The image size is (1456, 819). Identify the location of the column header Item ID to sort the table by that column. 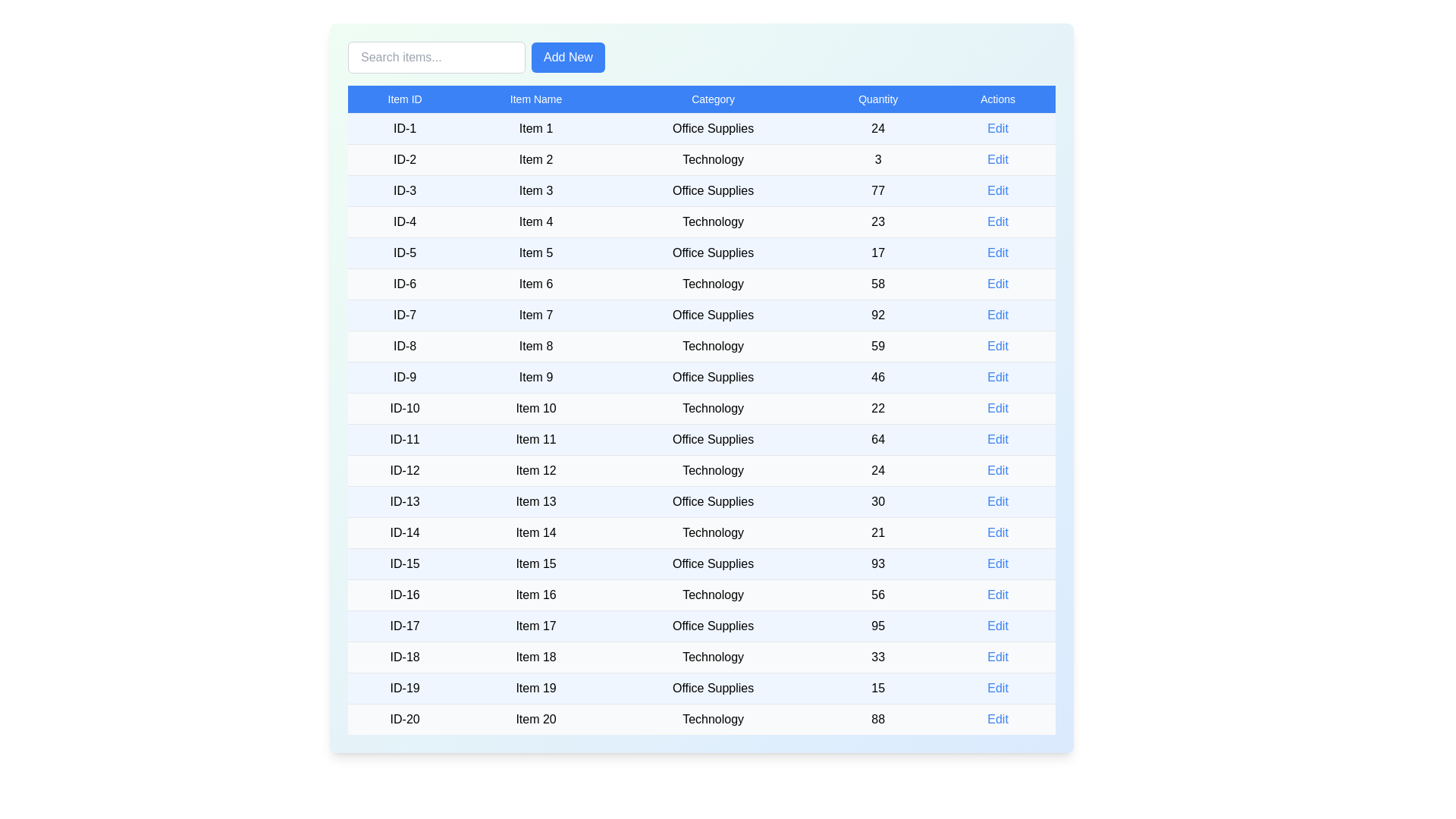
(405, 99).